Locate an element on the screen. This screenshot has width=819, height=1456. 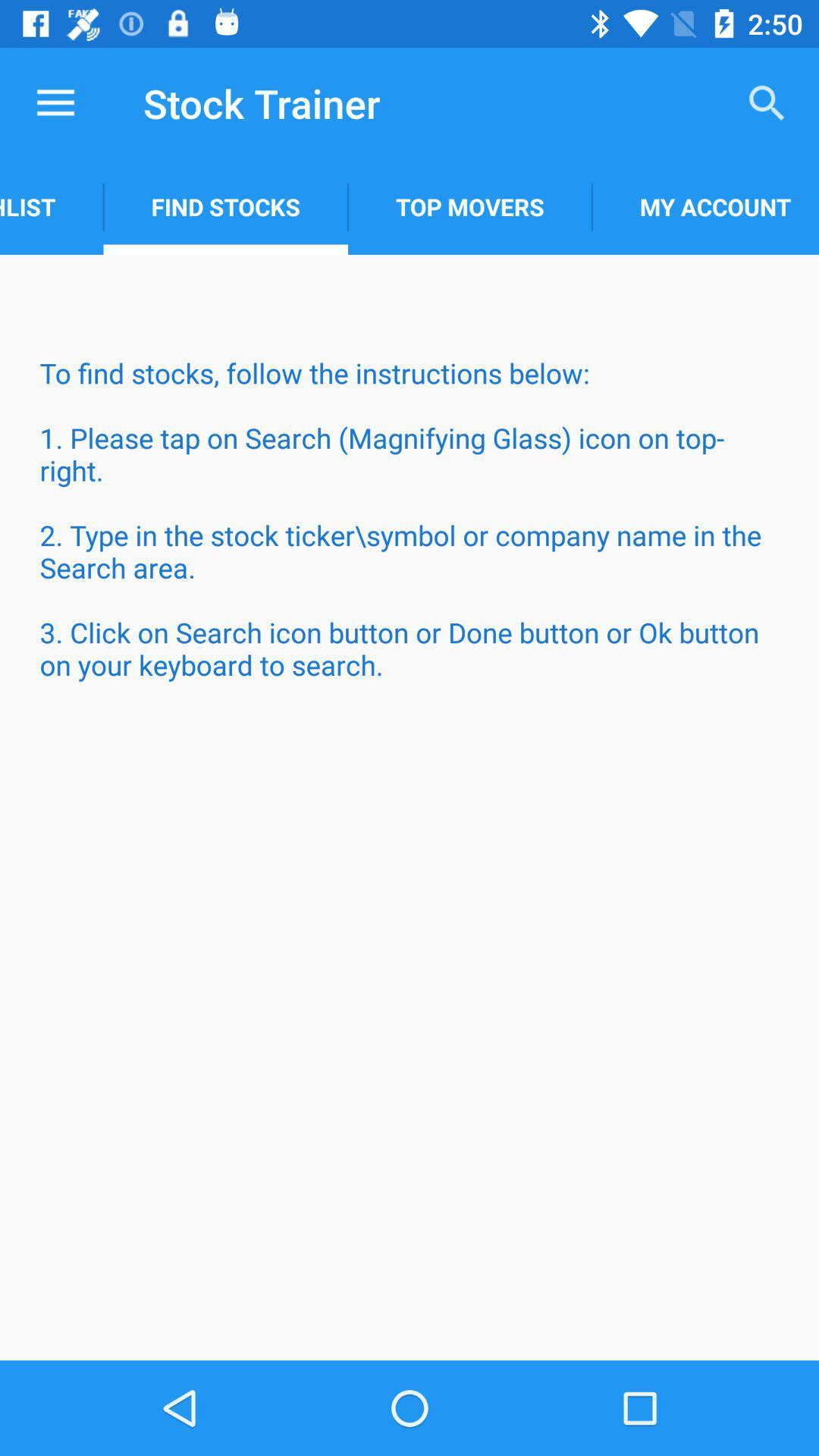
icon to the right of the find stocks is located at coordinates (469, 206).